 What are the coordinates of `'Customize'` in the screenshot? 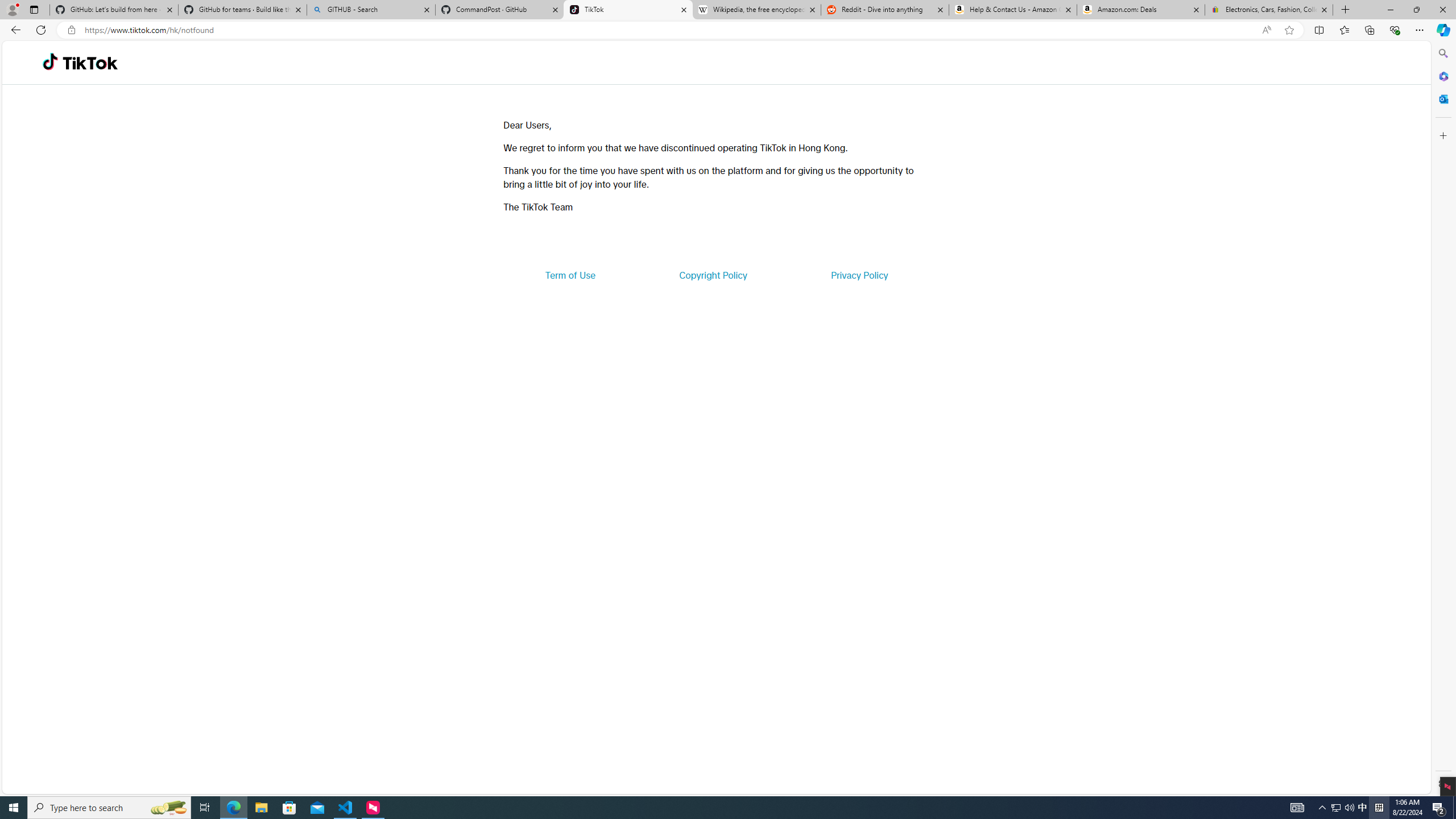 It's located at (1442, 135).